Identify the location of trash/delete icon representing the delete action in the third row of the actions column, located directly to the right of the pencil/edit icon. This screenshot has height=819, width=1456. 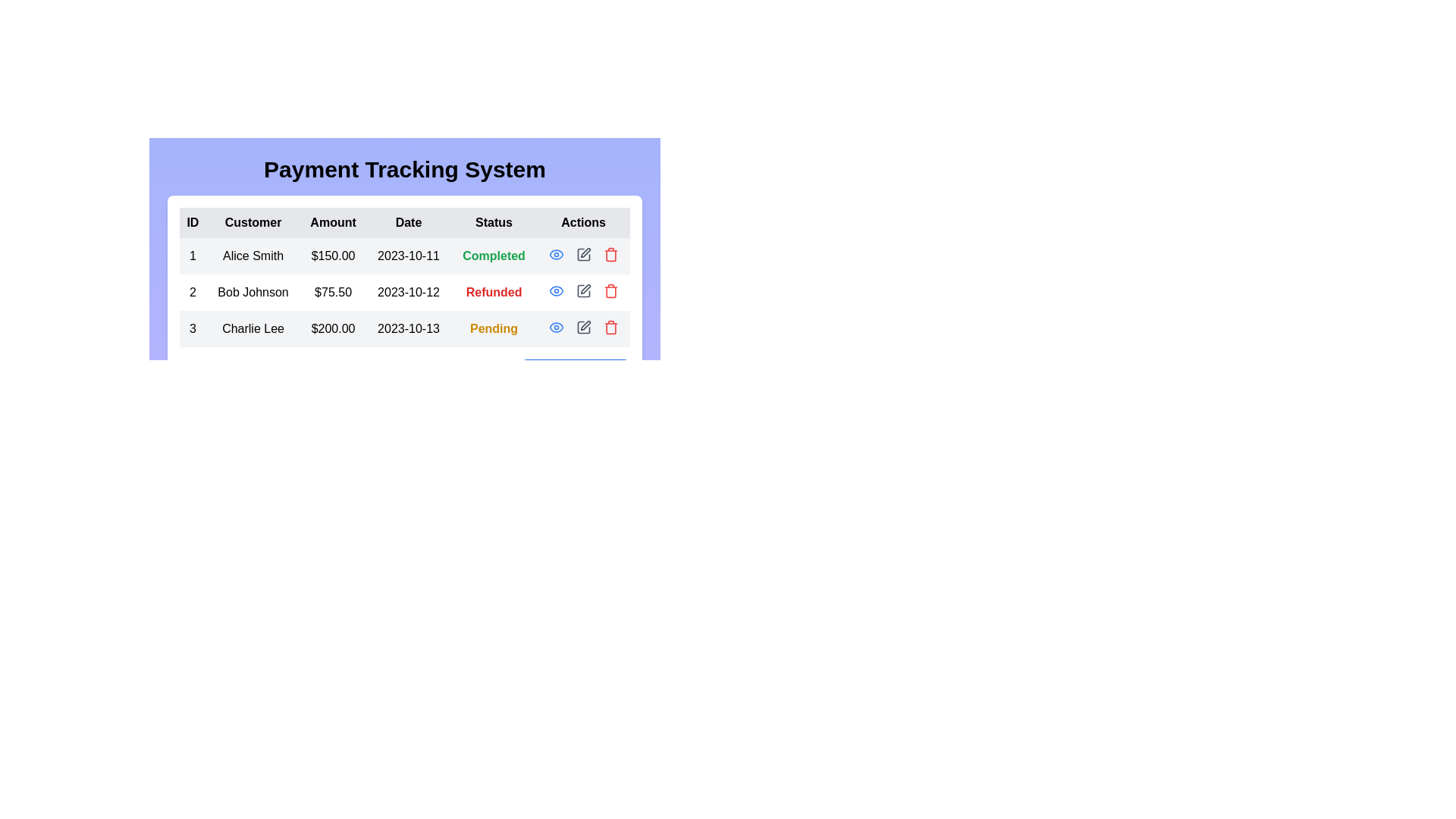
(610, 292).